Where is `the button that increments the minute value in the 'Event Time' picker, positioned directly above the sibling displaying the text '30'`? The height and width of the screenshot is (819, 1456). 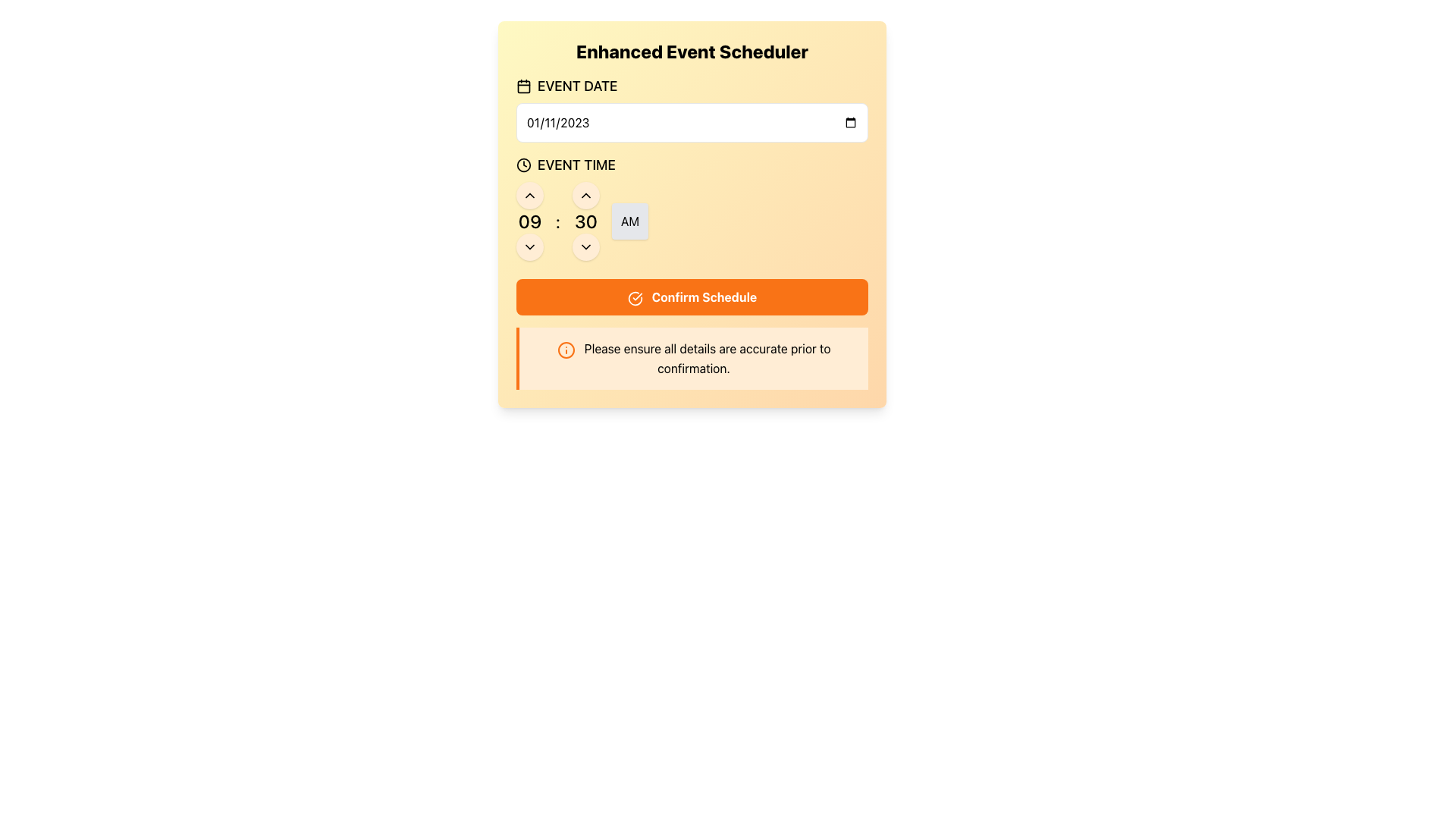 the button that increments the minute value in the 'Event Time' picker, positioned directly above the sibling displaying the text '30' is located at coordinates (585, 195).